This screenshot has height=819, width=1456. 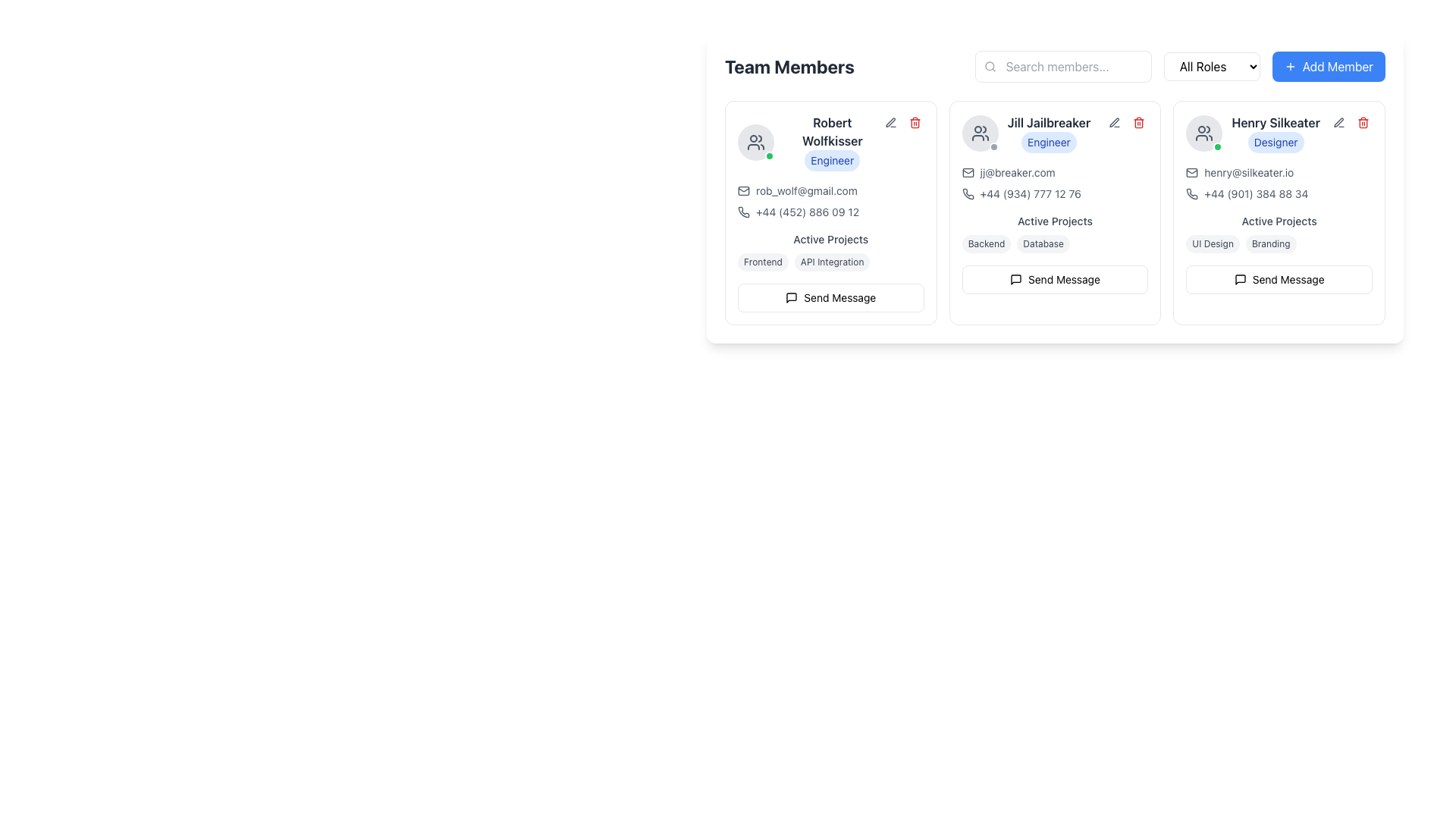 What do you see at coordinates (1026, 133) in the screenshot?
I see `the Text block displaying the name and role of the individual in the second column of the team member profile layout for potential tooltips` at bounding box center [1026, 133].